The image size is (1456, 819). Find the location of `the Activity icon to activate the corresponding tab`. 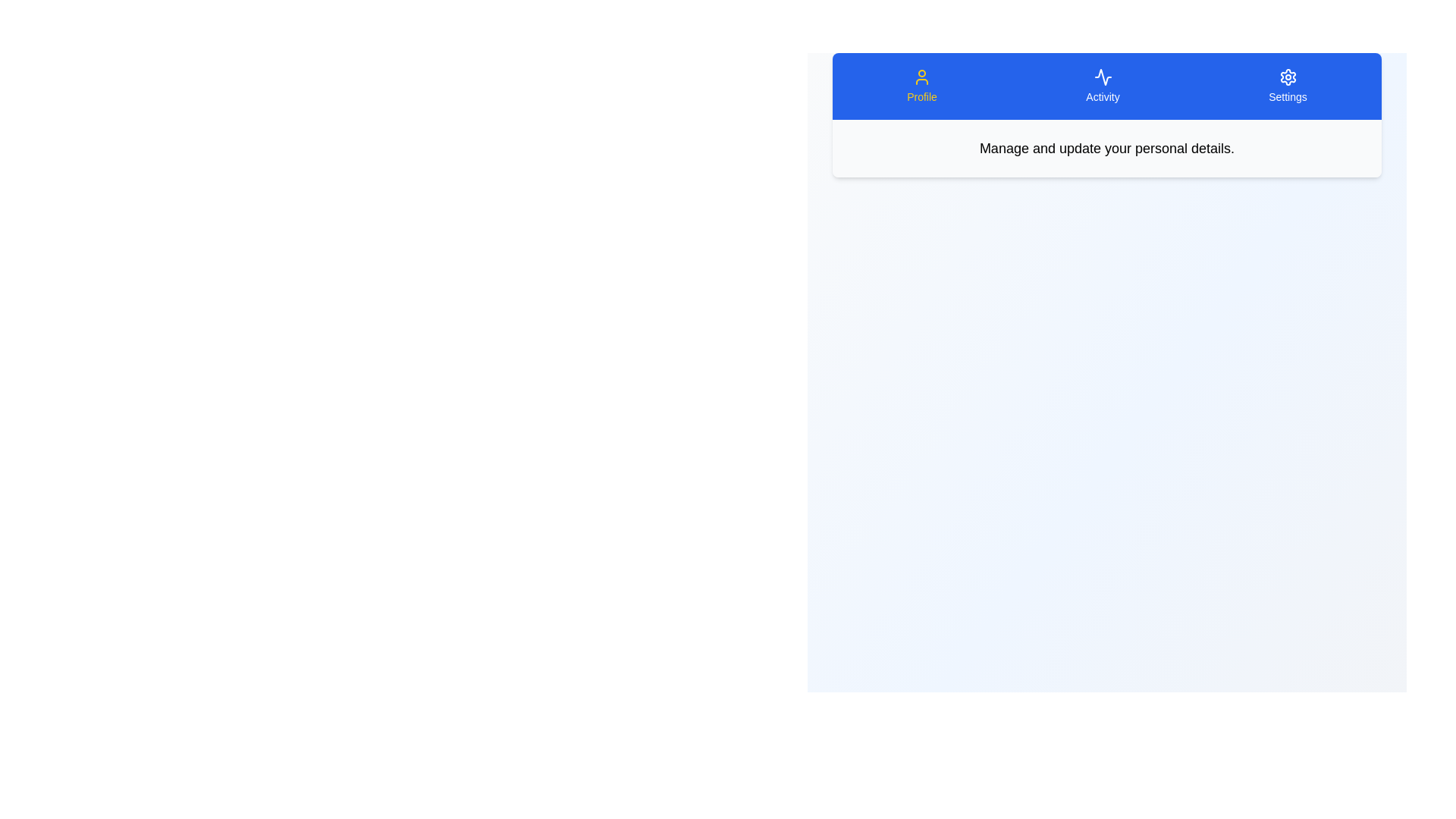

the Activity icon to activate the corresponding tab is located at coordinates (1103, 86).